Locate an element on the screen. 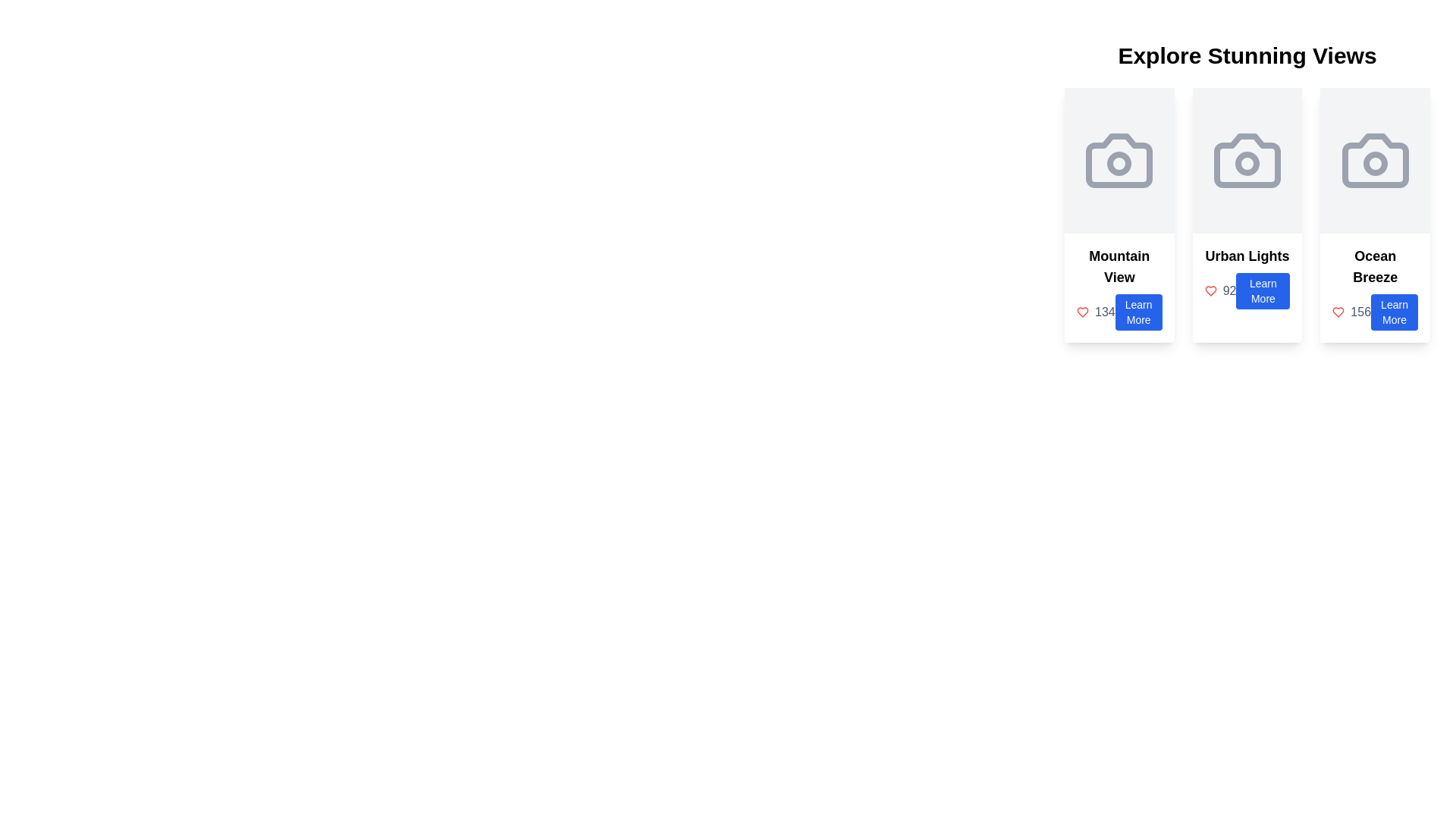 This screenshot has height=819, width=1456. the button located under the text '134' within the leftmost card of the three visible cards is located at coordinates (1138, 312).